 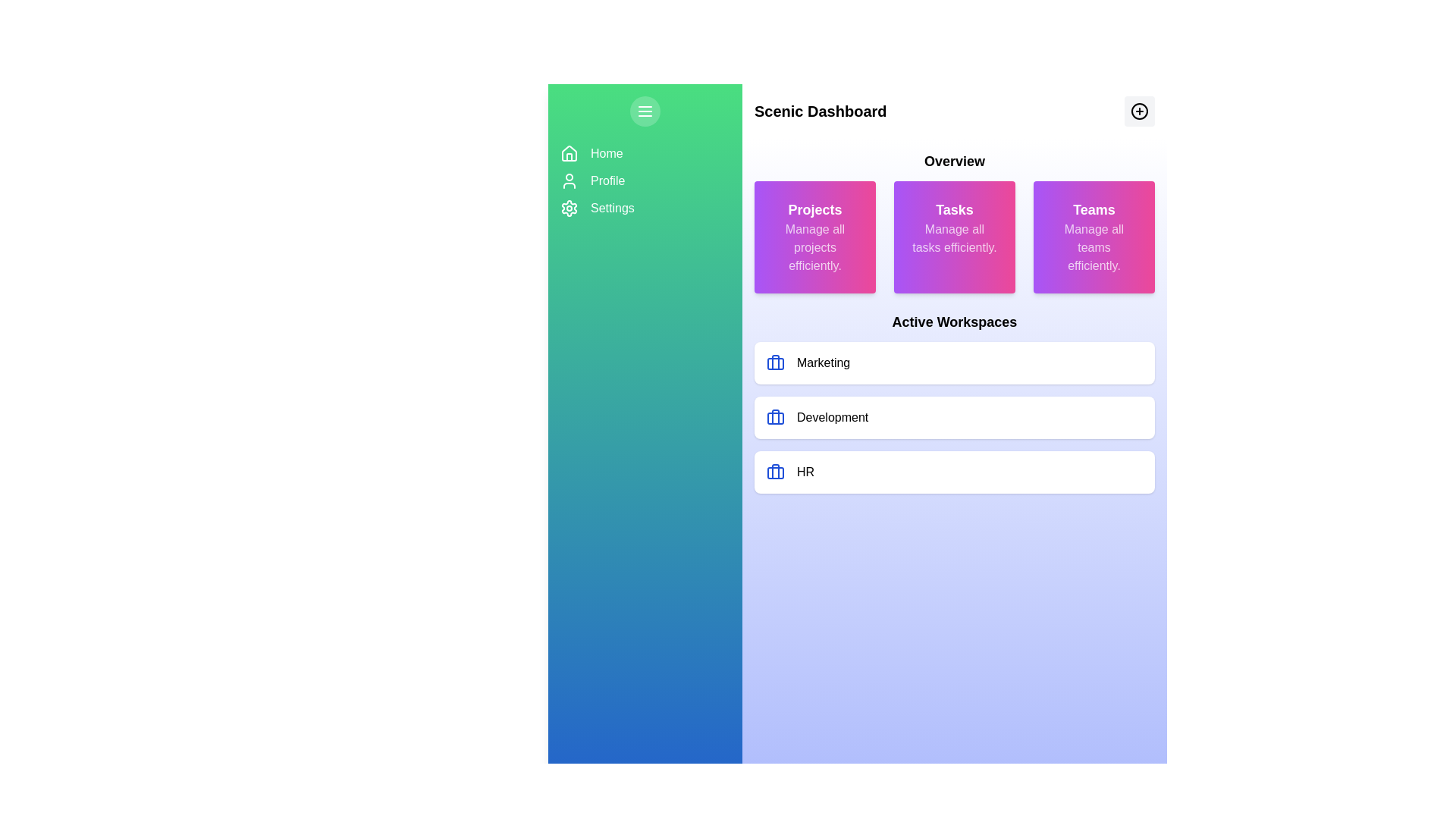 I want to click on the third item in the vertical list of workspace categories under the 'Active Workspaces' section, so click(x=953, y=472).